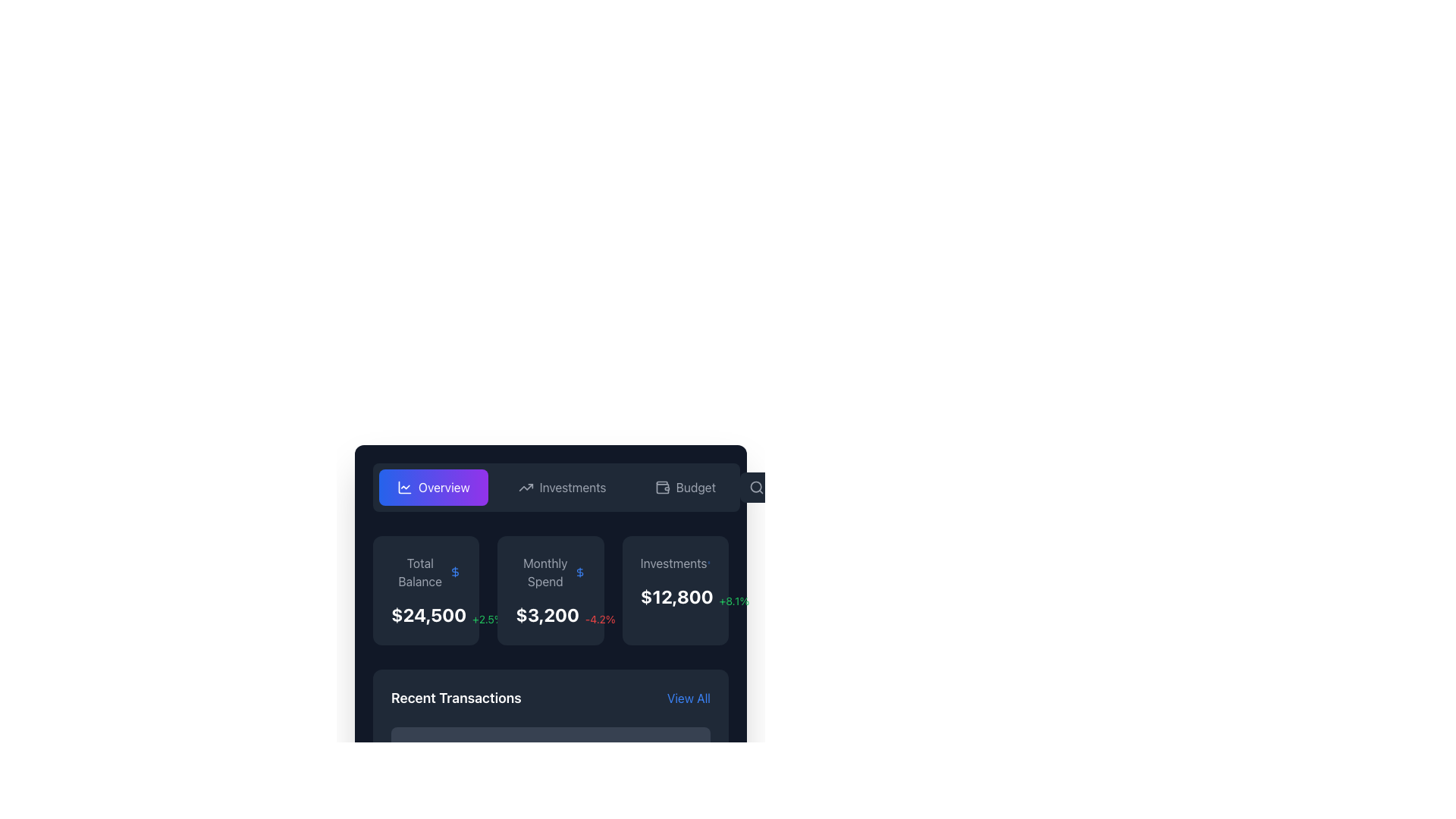 This screenshot has height=819, width=1456. I want to click on the decorative financial icon located in the header section of the 'Monthly Spend' summary card, positioned to the right of the text label 'Monthly Spend' and above the numerical value '$3,200', so click(579, 573).